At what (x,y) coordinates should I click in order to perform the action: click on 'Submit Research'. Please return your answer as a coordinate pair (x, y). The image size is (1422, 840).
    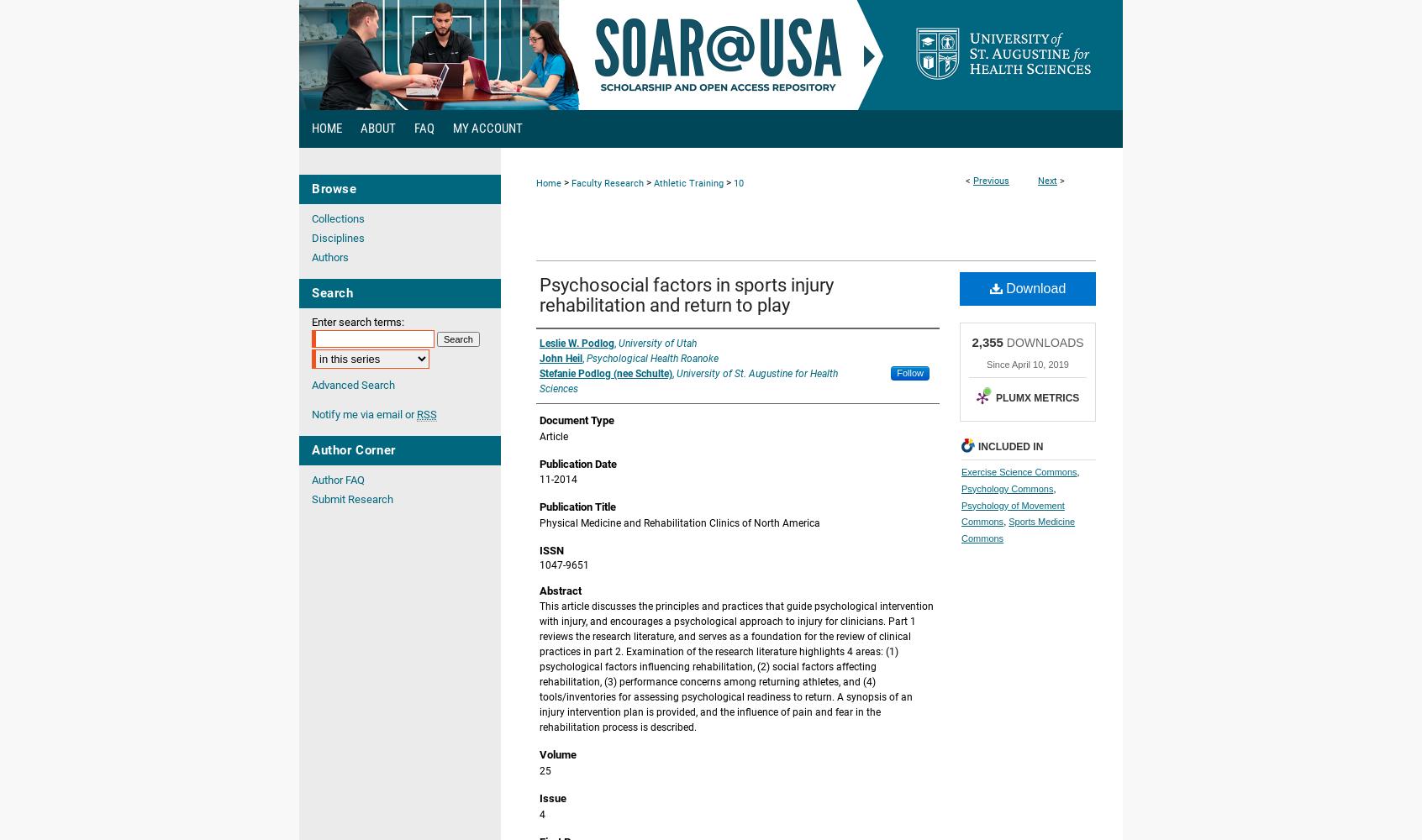
    Looking at the image, I should click on (352, 497).